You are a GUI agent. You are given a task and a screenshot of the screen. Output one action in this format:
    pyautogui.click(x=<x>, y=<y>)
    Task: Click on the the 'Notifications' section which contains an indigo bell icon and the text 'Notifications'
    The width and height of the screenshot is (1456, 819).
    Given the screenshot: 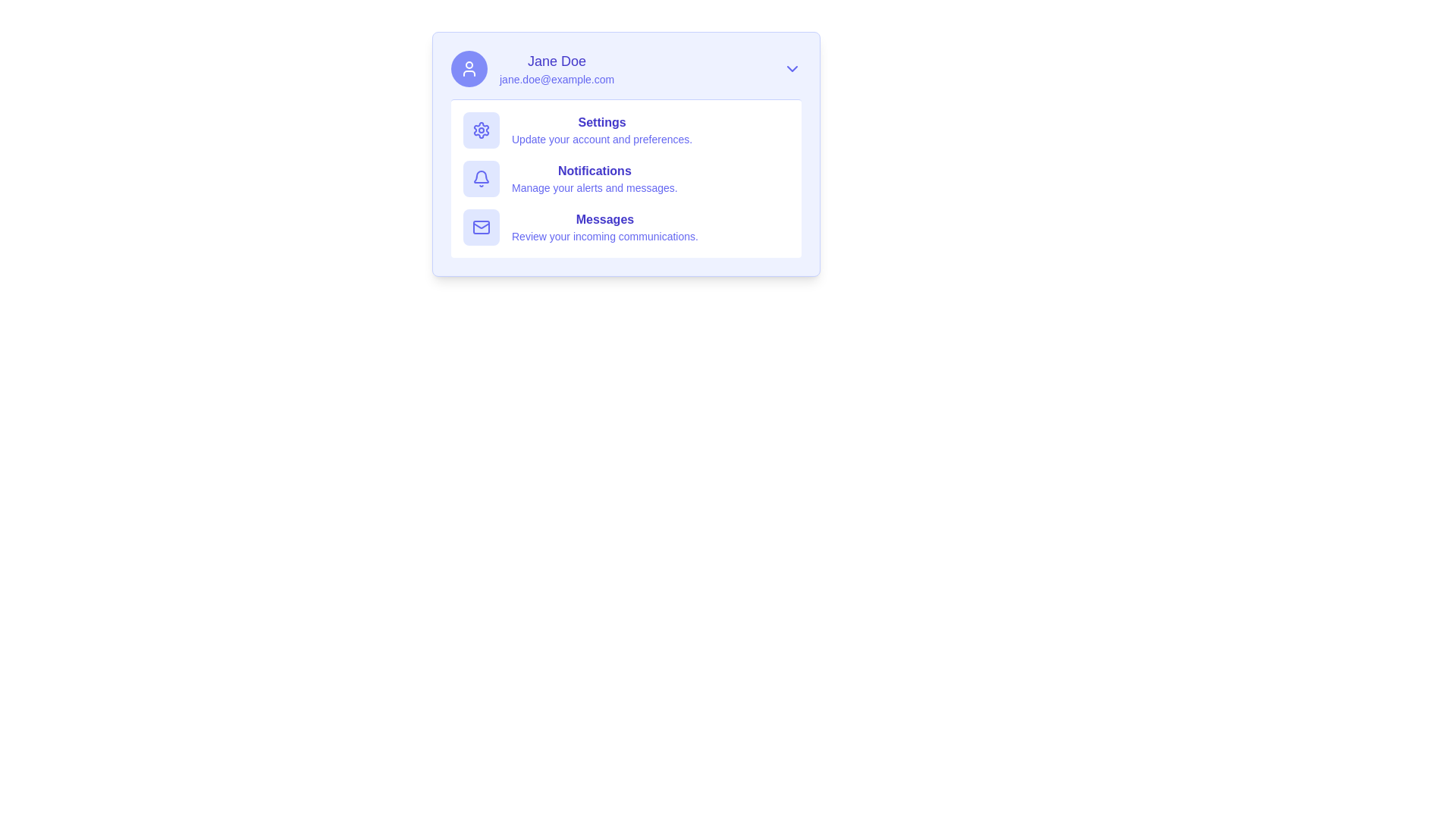 What is the action you would take?
    pyautogui.click(x=626, y=177)
    